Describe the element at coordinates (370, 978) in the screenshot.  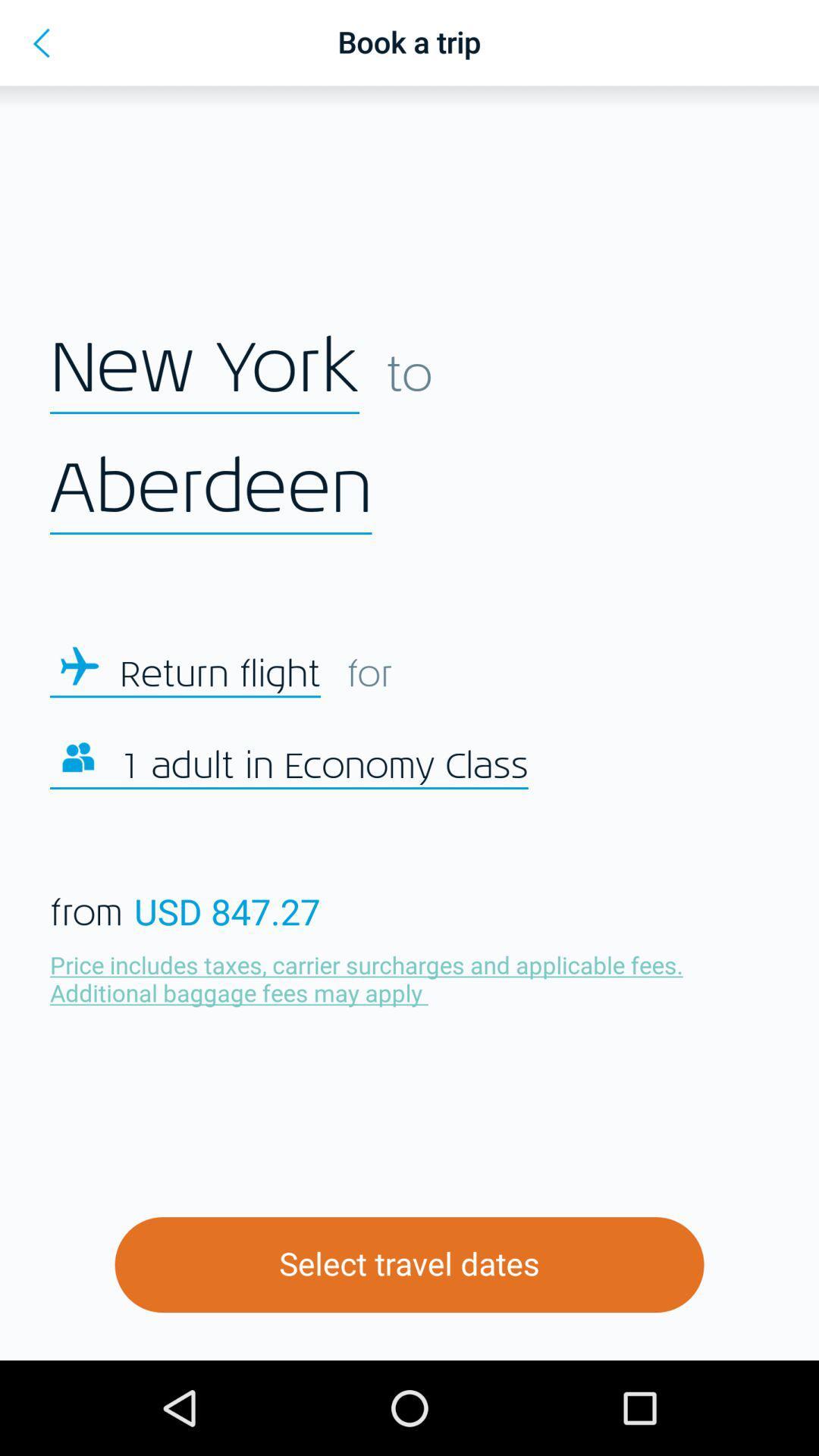
I see `price includes taxes item` at that location.